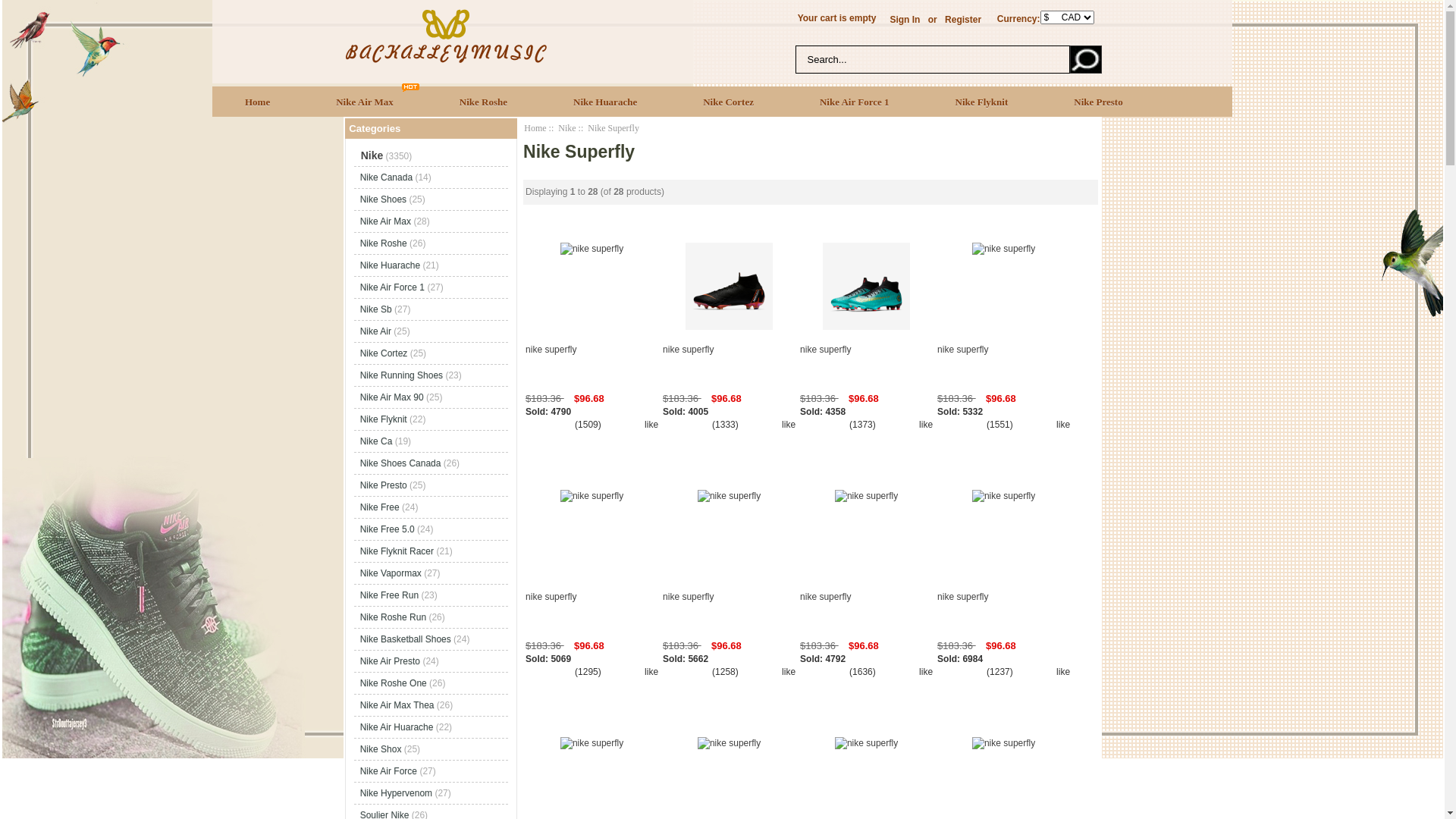 The height and width of the screenshot is (819, 1456). What do you see at coordinates (387, 529) in the screenshot?
I see `'Nike Free 5.0'` at bounding box center [387, 529].